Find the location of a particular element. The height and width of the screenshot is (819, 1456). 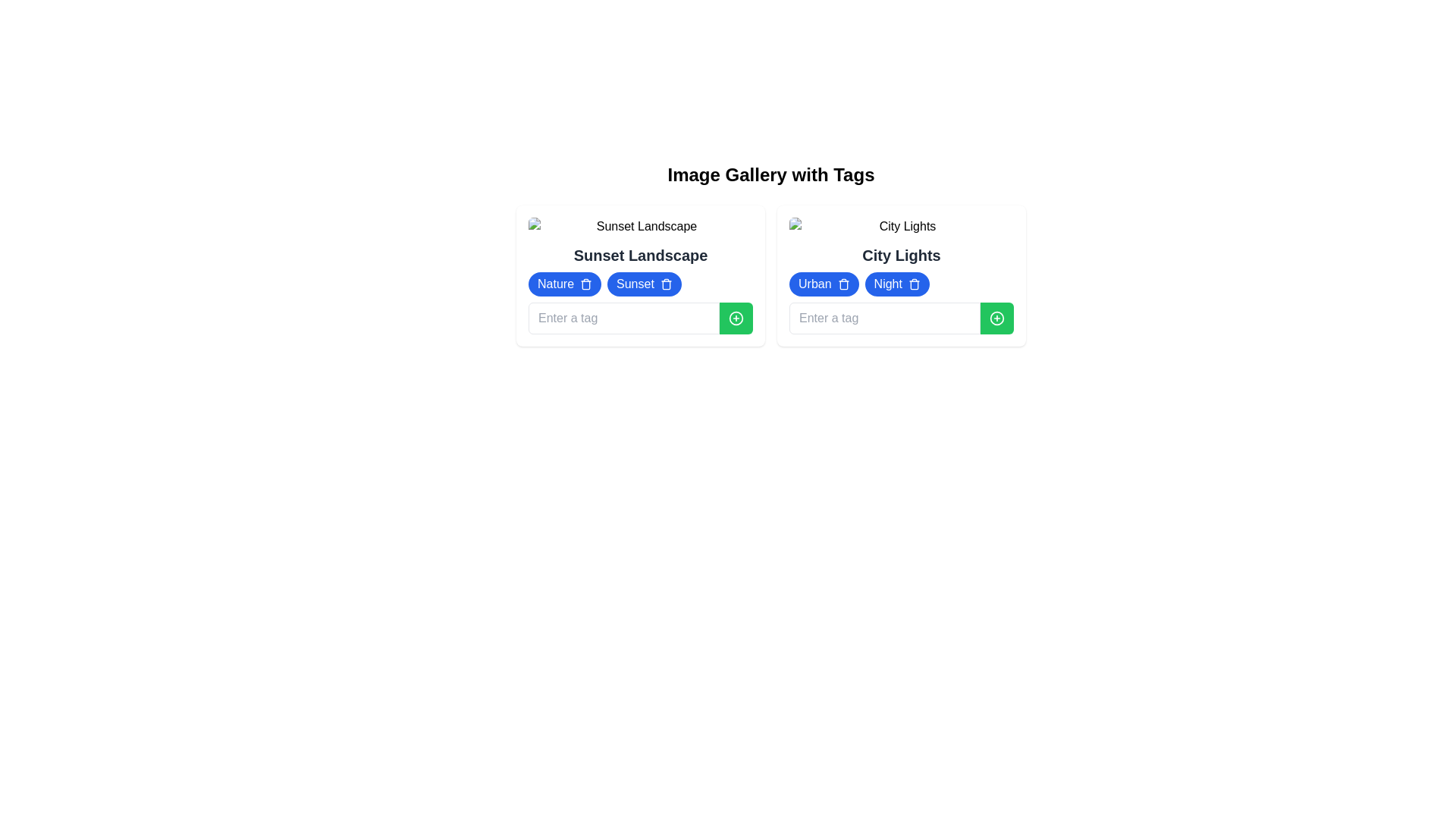

the SVG Circle element that is part of the green circular button located in the first gallery card under the 'Sunset Landscape' section, positioned right of the 'Enter a tag' input field is located at coordinates (736, 318).